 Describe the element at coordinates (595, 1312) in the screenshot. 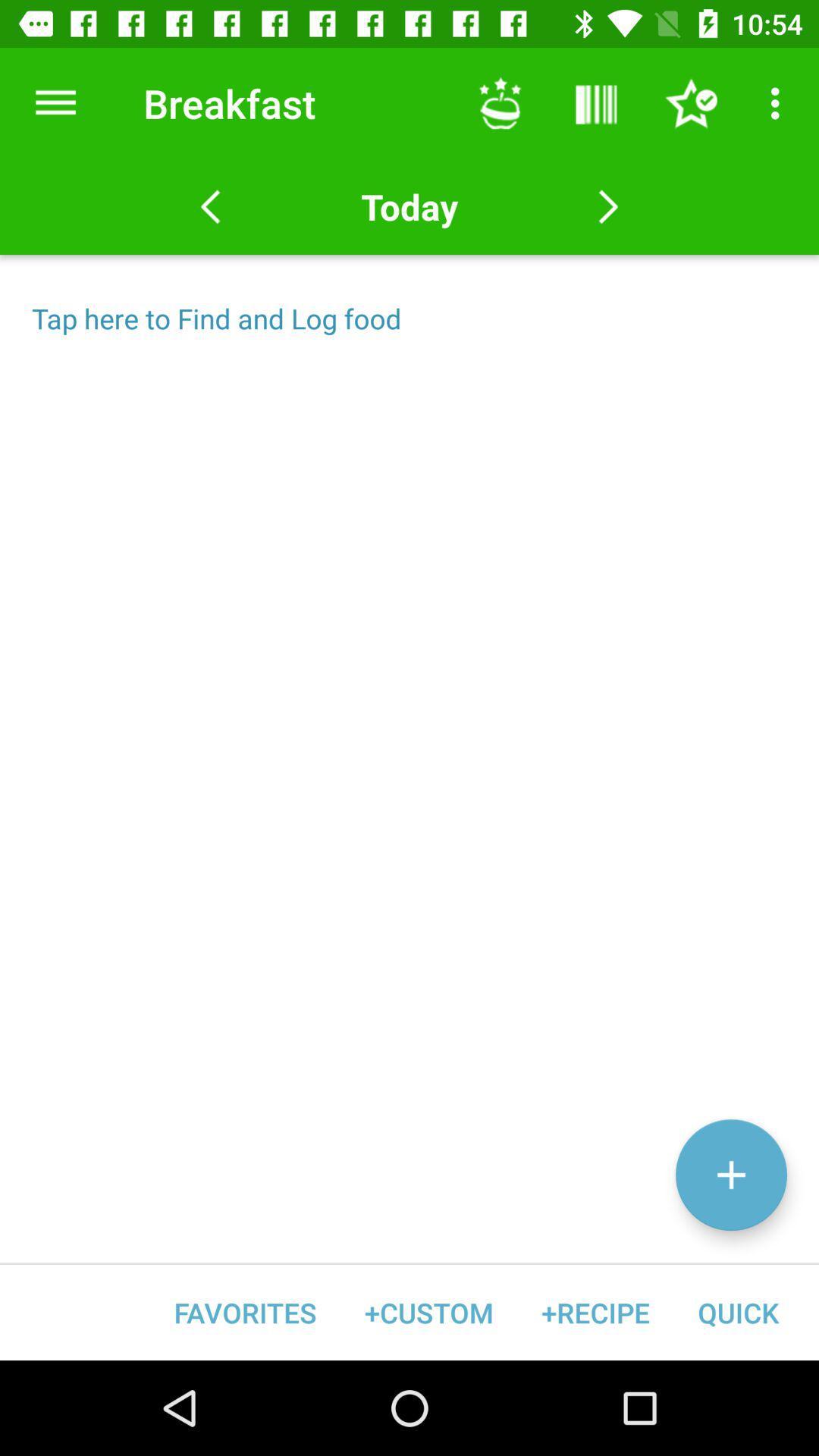

I see `icon to the left of quick icon` at that location.